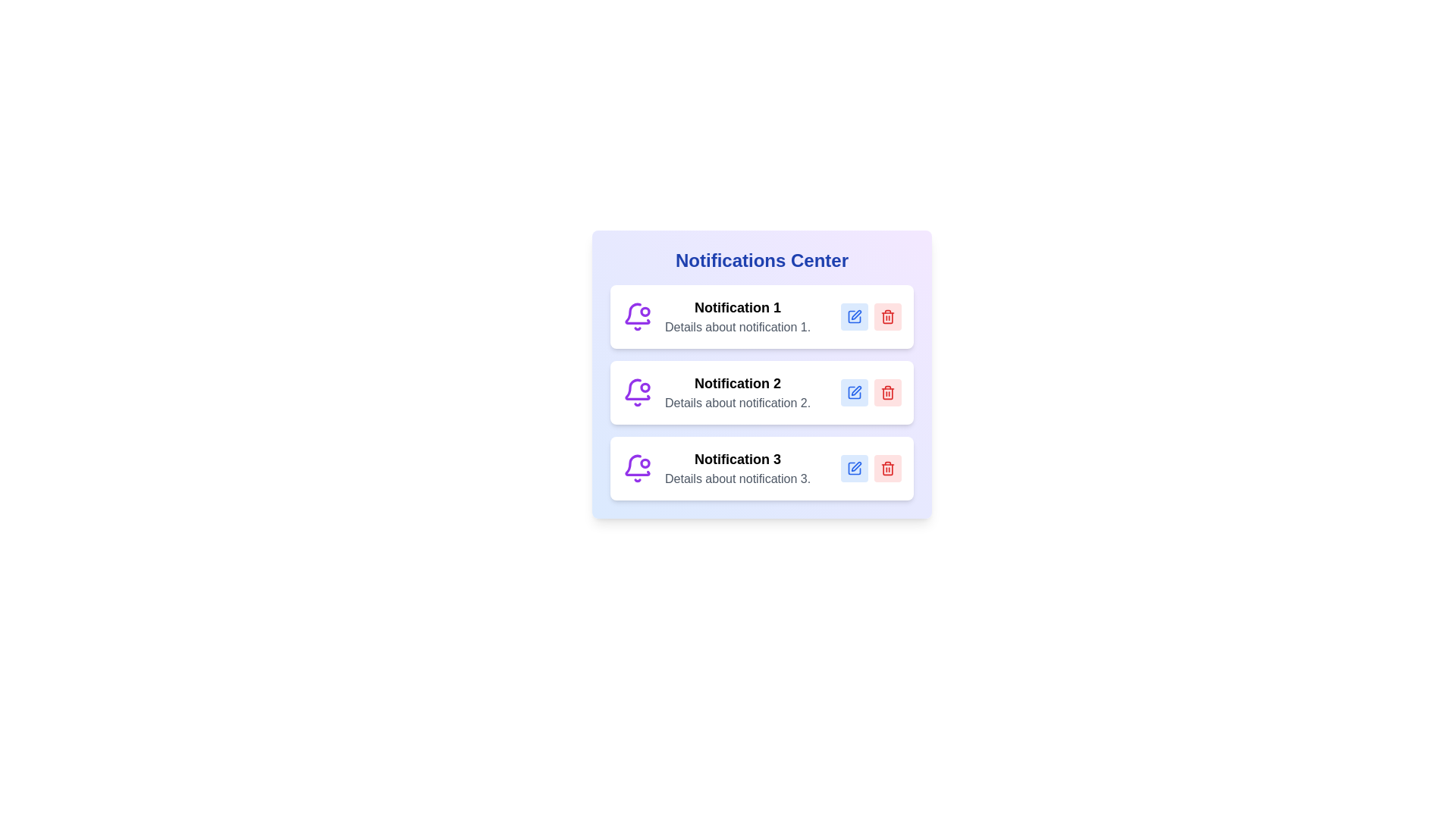 The width and height of the screenshot is (1456, 819). Describe the element at coordinates (738, 307) in the screenshot. I see `the Text Label displaying 'Notification 1', which is styled as a bold, large font heading within a group of notification entries` at that location.